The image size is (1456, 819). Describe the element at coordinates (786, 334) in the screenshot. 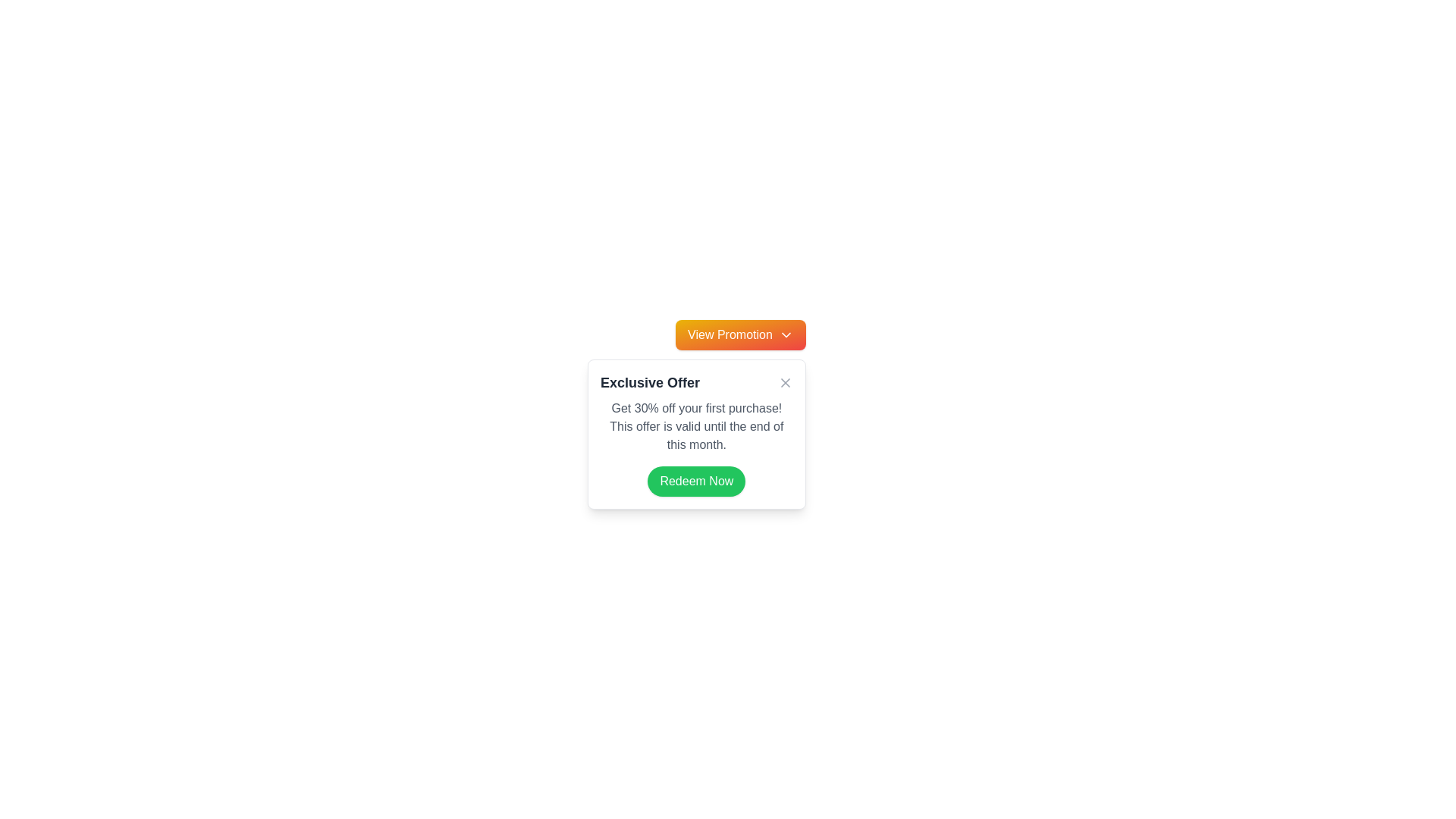

I see `the chevron-down icon located to the right of the 'View Promotion' button to interact with the dropdown options` at that location.